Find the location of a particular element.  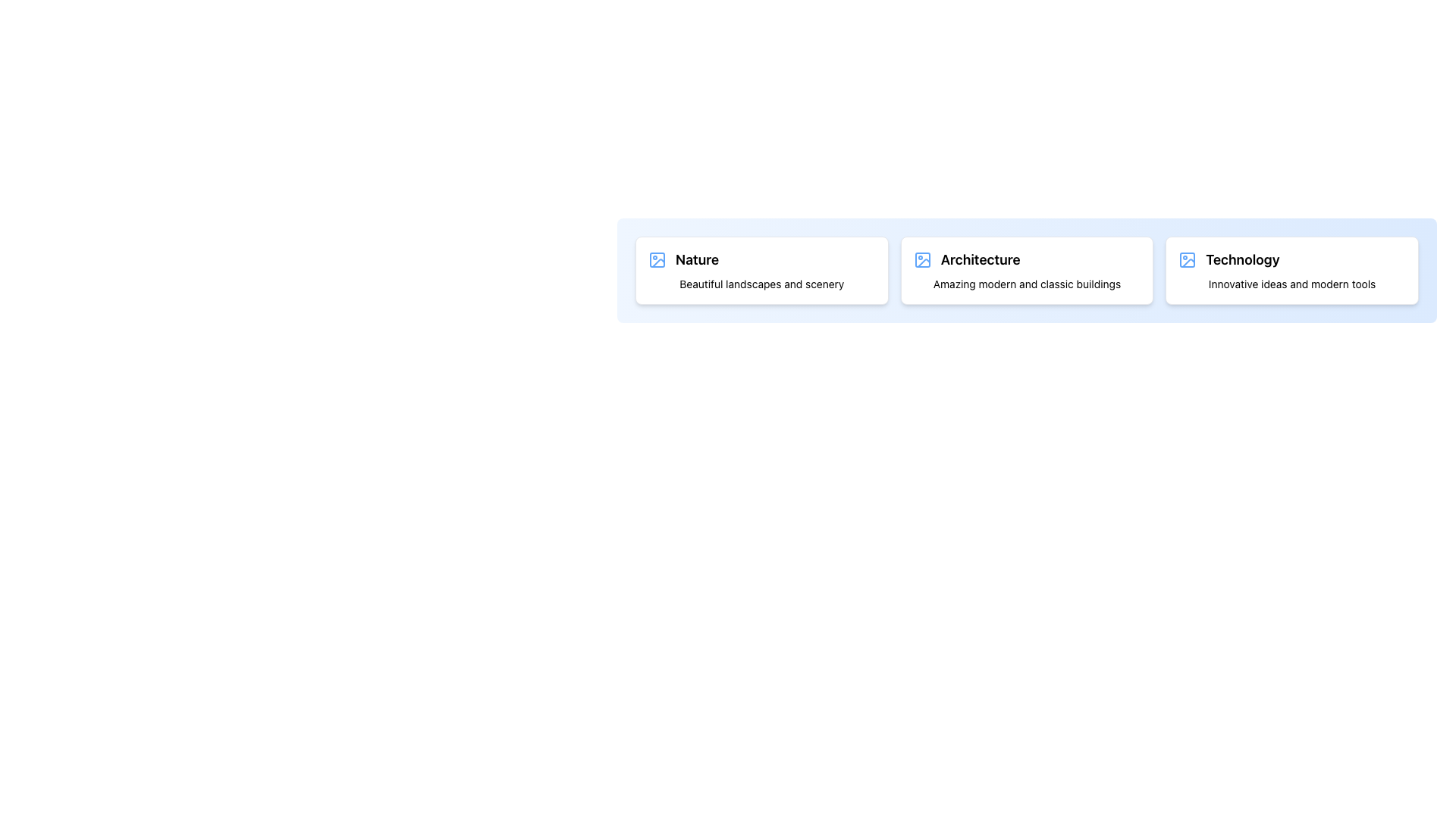

the bold text label displaying 'Technology' to trigger potential hover effects is located at coordinates (1242, 259).